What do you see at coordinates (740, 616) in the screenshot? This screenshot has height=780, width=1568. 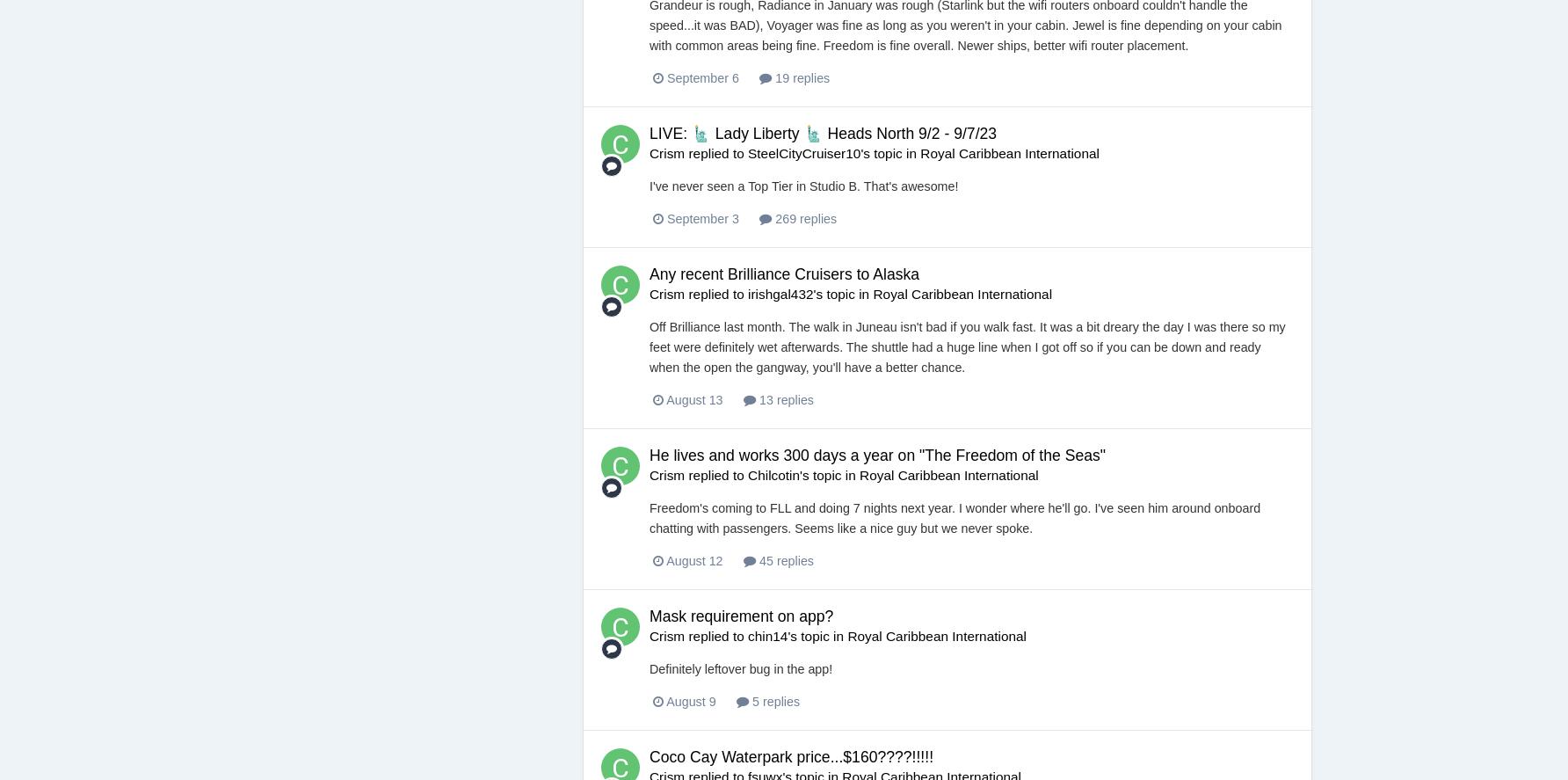 I see `'Mask requirement on app?'` at bounding box center [740, 616].